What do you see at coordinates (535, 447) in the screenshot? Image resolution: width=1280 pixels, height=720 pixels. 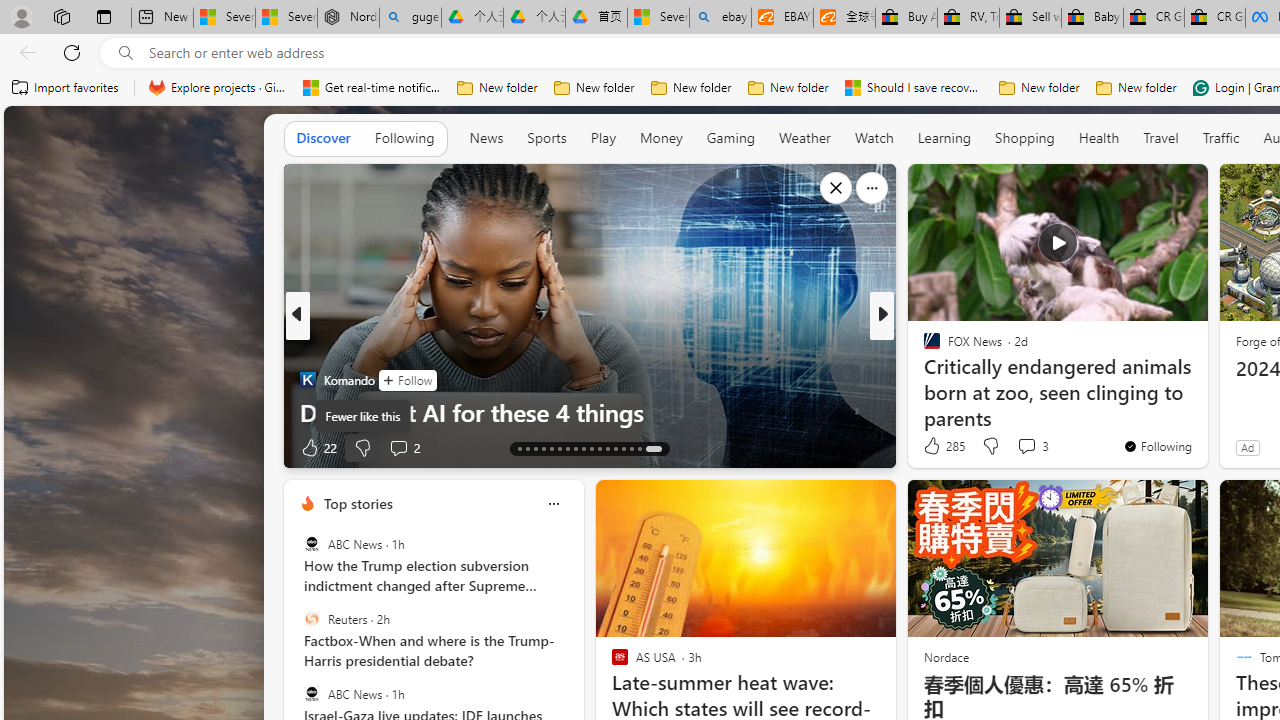 I see `'AutomationID: tab-15'` at bounding box center [535, 447].